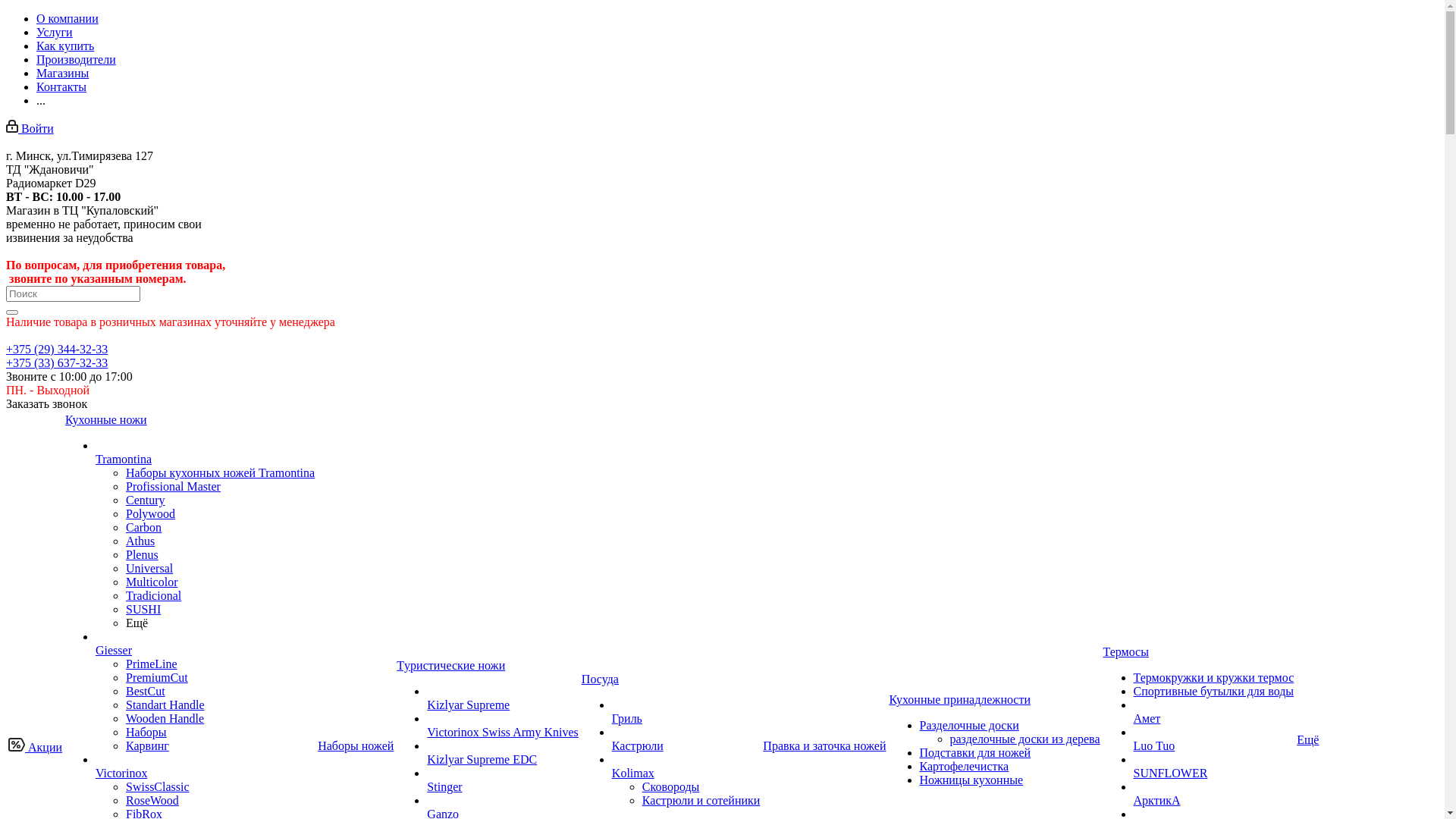  I want to click on '+375 (33) 637-32-33', so click(57, 362).